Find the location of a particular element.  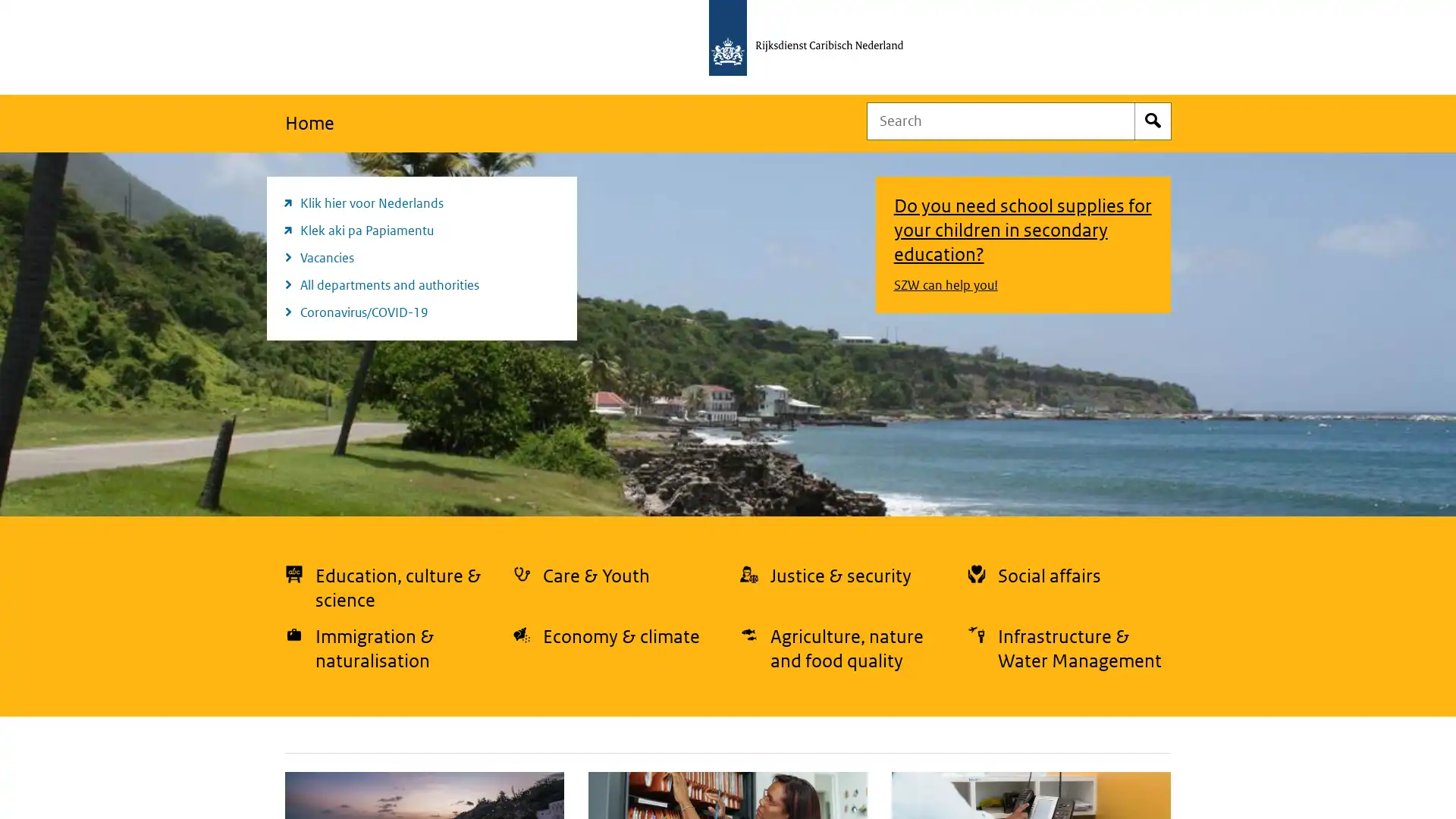

Start search is located at coordinates (1153, 120).